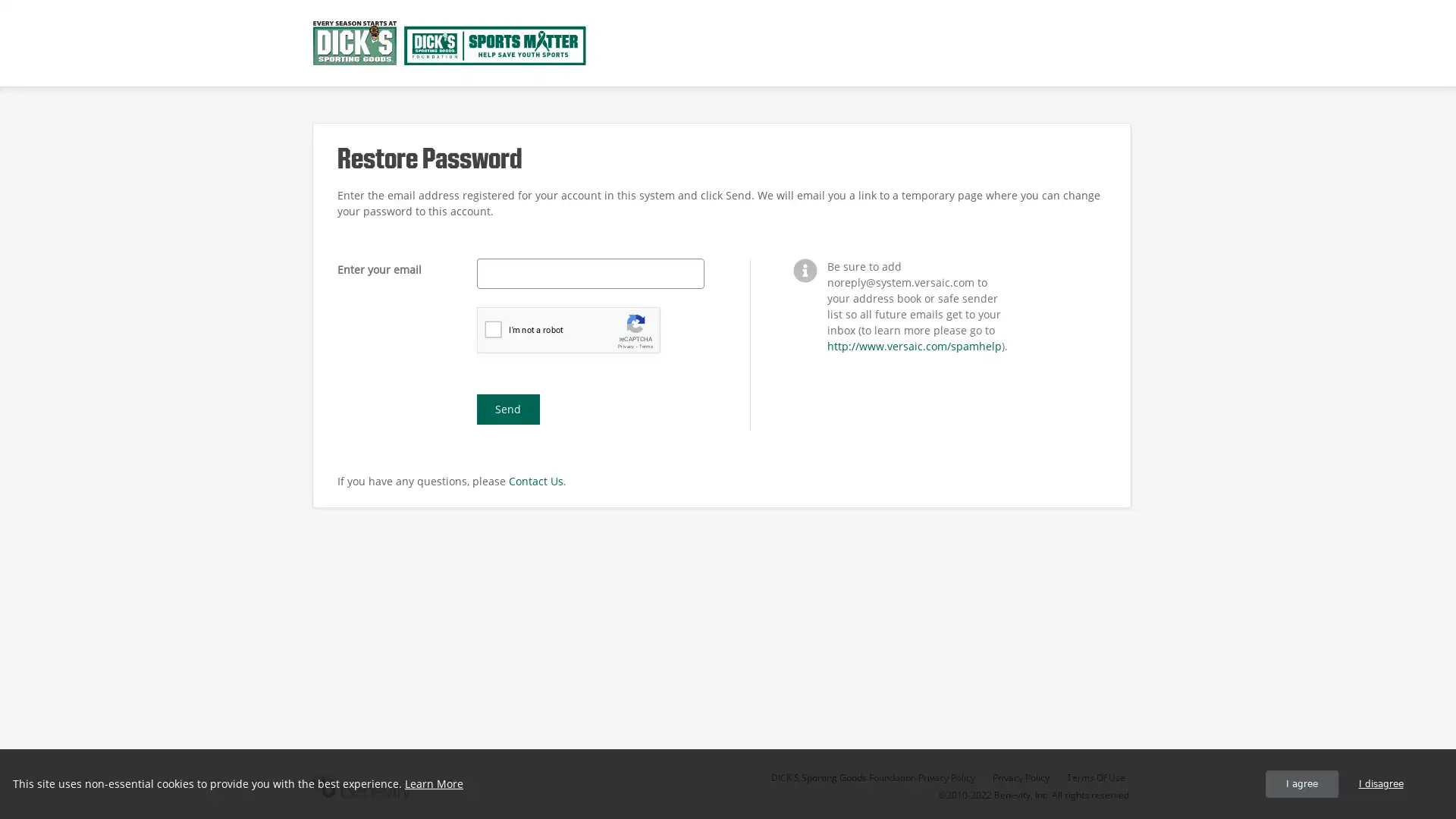 The width and height of the screenshot is (1456, 819). I want to click on Send, so click(507, 409).